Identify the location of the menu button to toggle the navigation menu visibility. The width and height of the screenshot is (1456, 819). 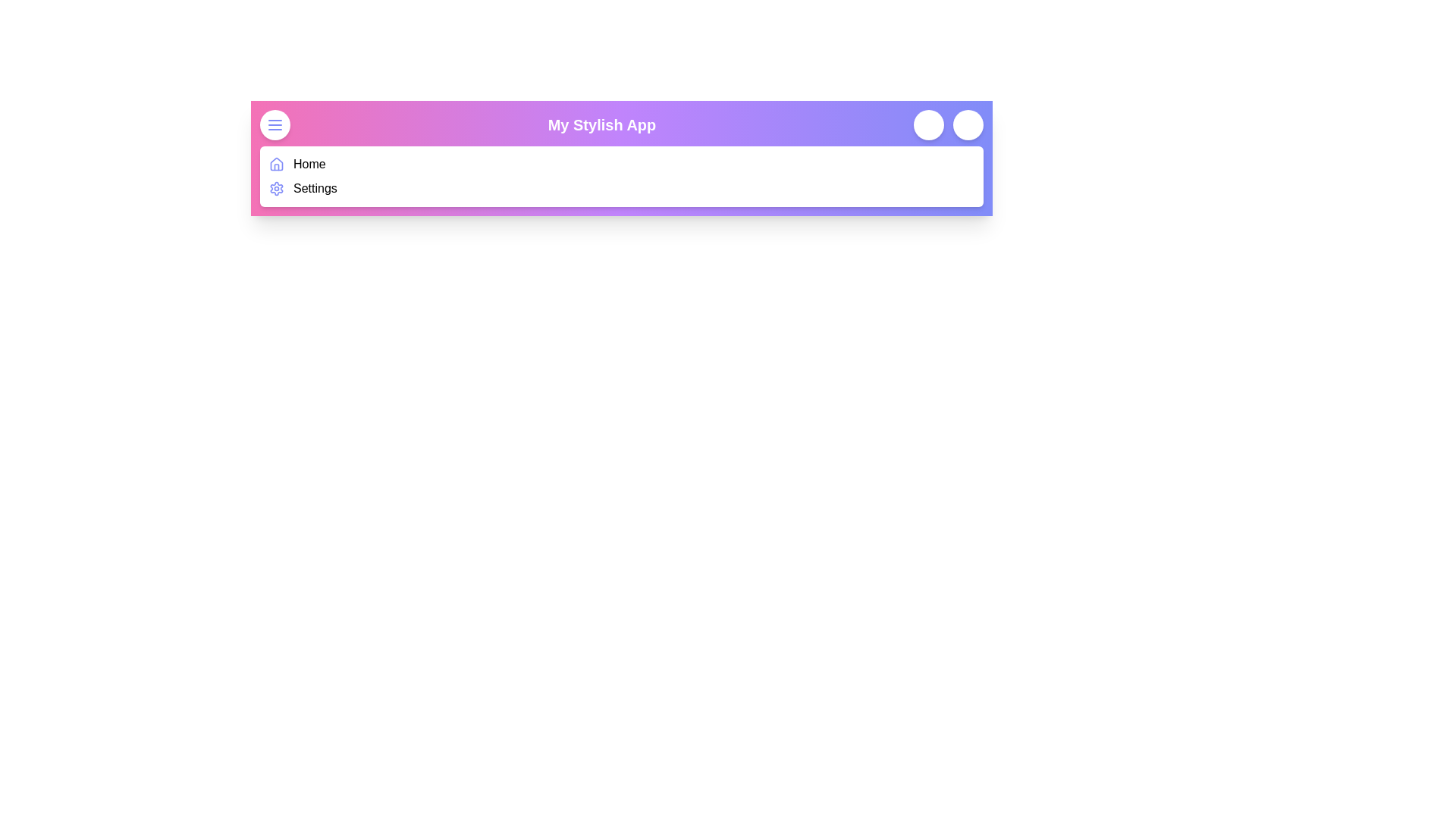
(275, 124).